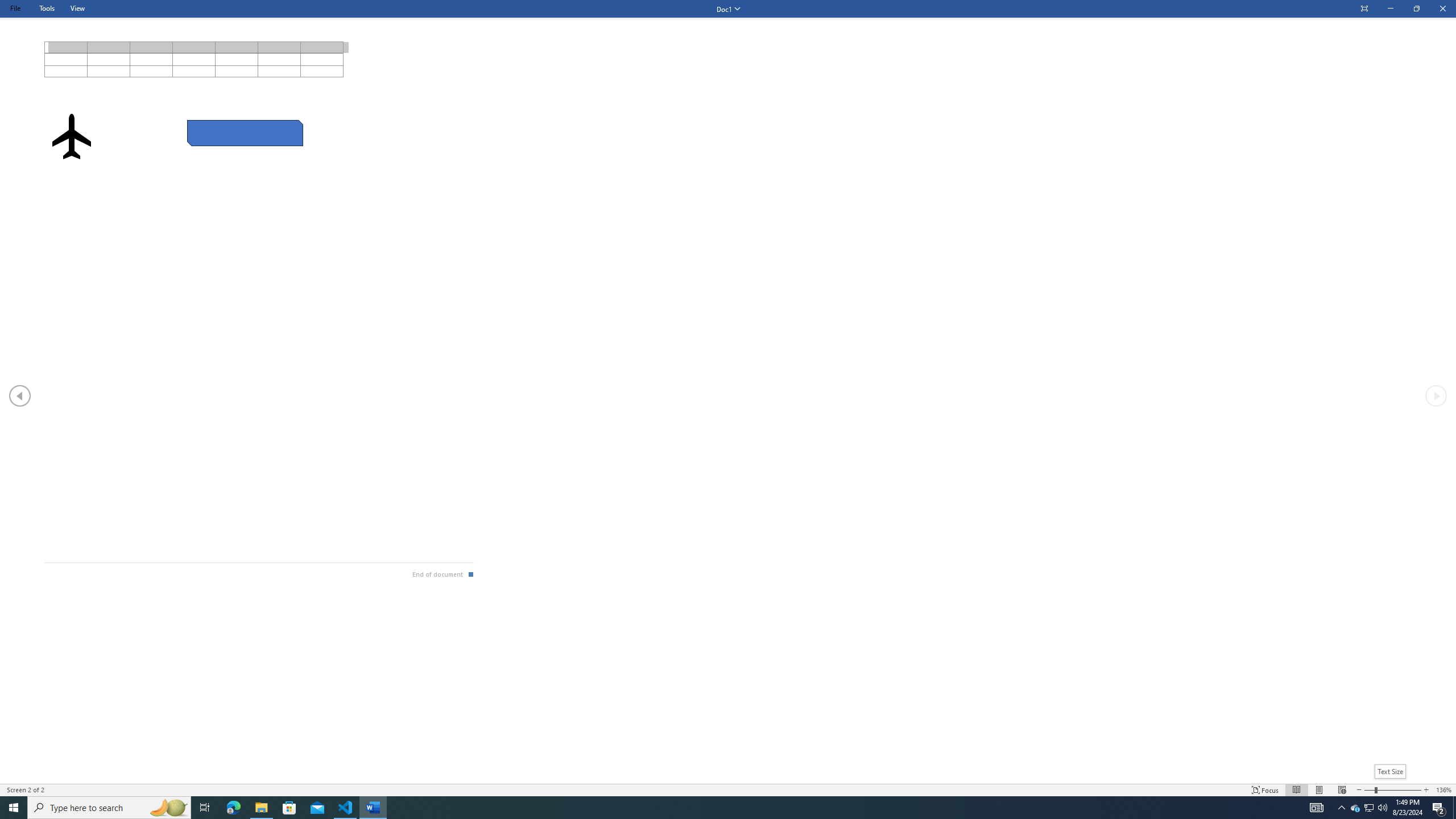 The image size is (1456, 819). Describe the element at coordinates (6, 5) in the screenshot. I see `'System'` at that location.